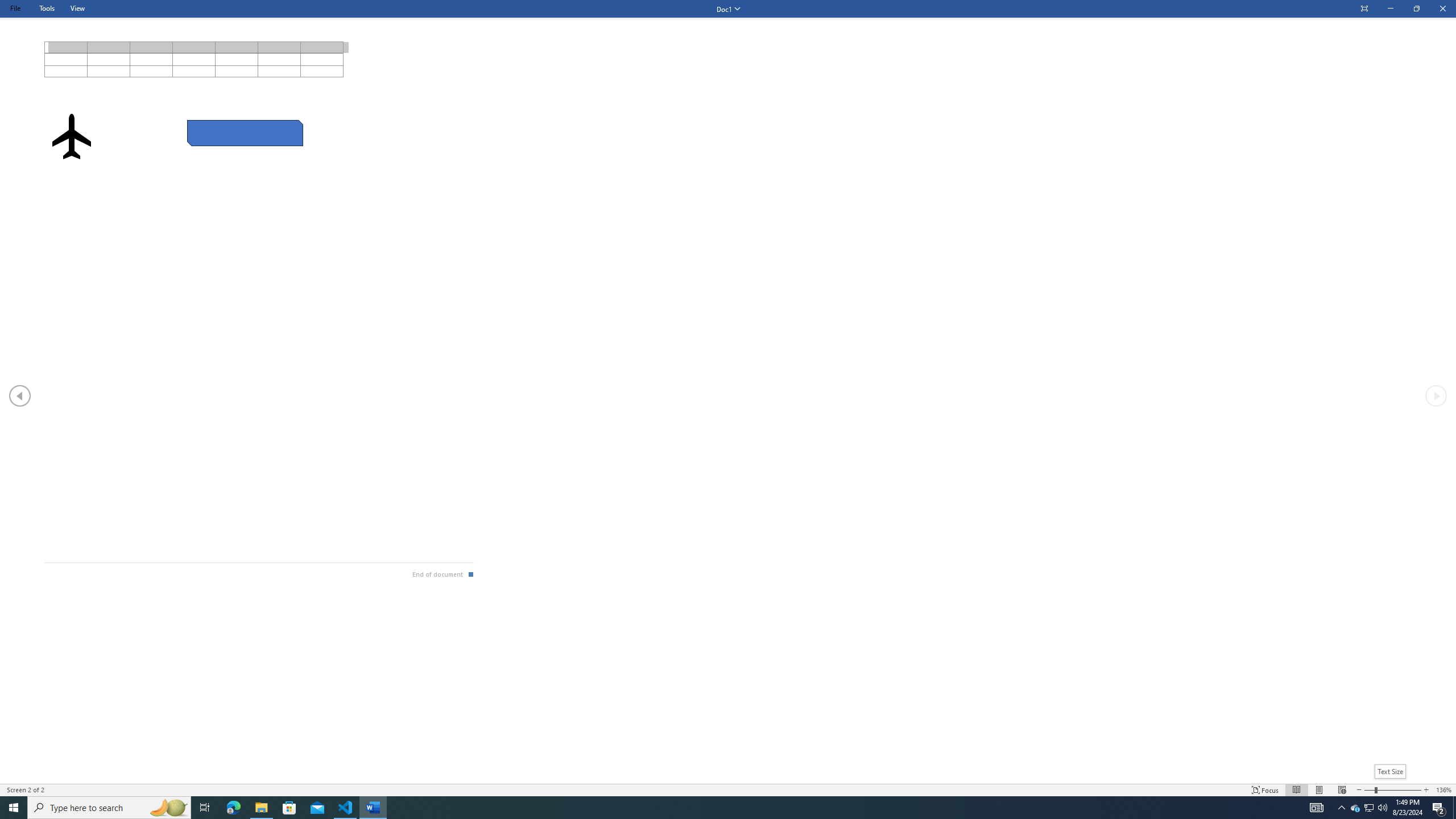 The image size is (1456, 819). Describe the element at coordinates (6, 5) in the screenshot. I see `'System'` at that location.